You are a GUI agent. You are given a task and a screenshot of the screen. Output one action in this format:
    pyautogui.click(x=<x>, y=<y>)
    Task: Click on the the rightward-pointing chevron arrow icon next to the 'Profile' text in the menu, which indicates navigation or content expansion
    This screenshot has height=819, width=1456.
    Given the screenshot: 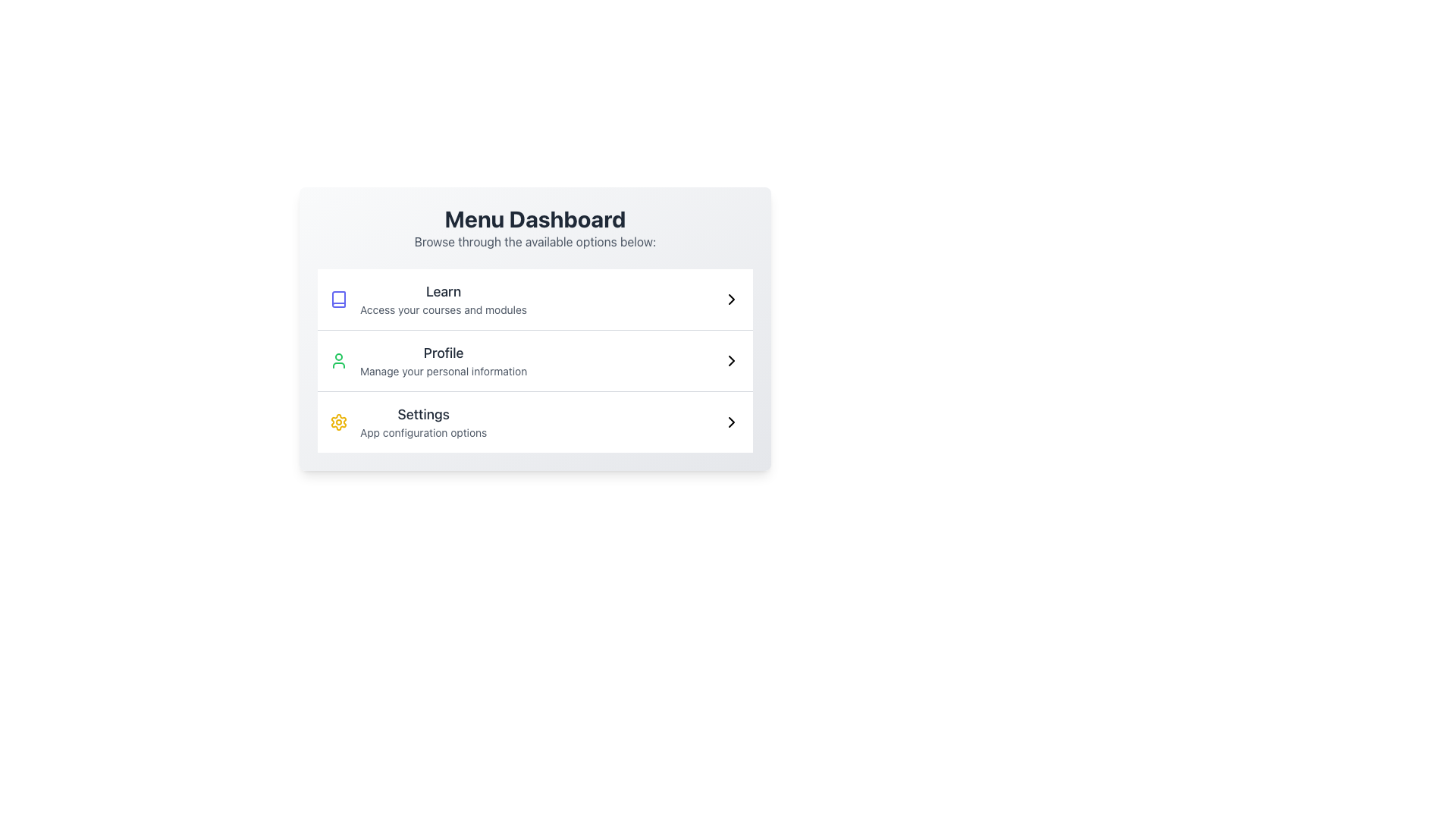 What is the action you would take?
    pyautogui.click(x=731, y=360)
    